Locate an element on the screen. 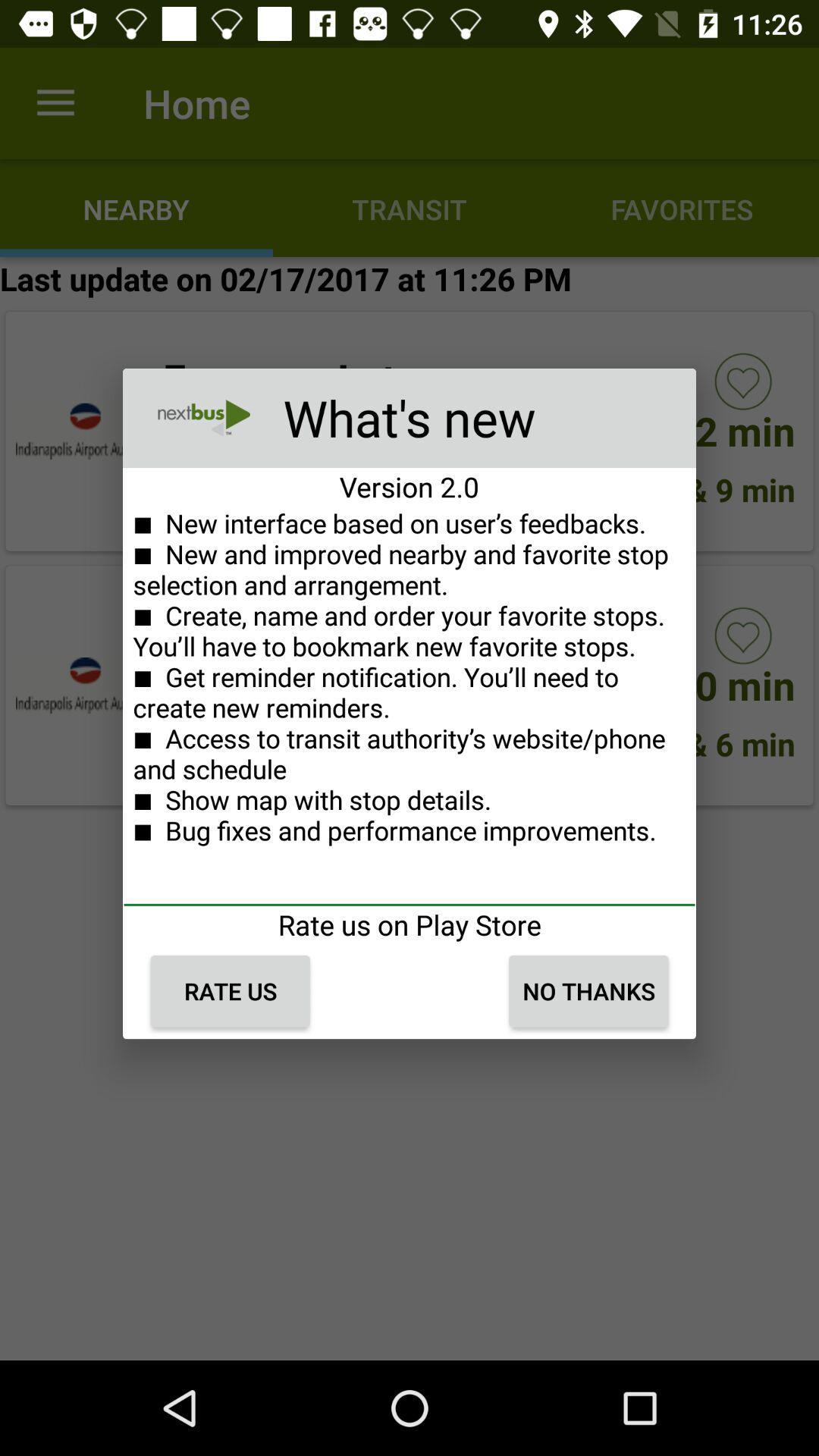 The width and height of the screenshot is (819, 1456). the no thanks icon is located at coordinates (588, 991).